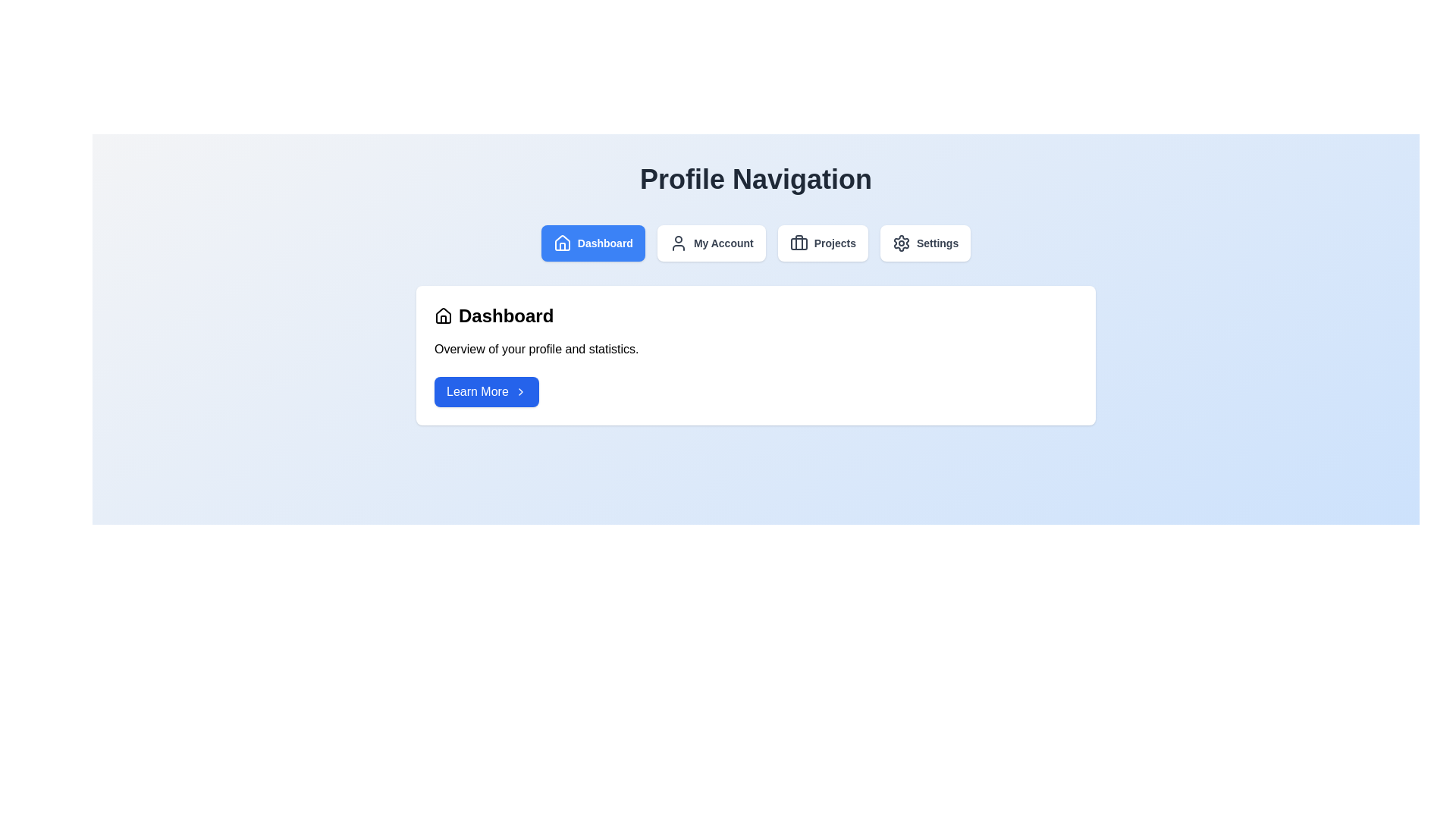  What do you see at coordinates (443, 315) in the screenshot?
I see `the house icon, which is outlined in a minimalistic design and positioned to the left of the text 'Dashboard'` at bounding box center [443, 315].